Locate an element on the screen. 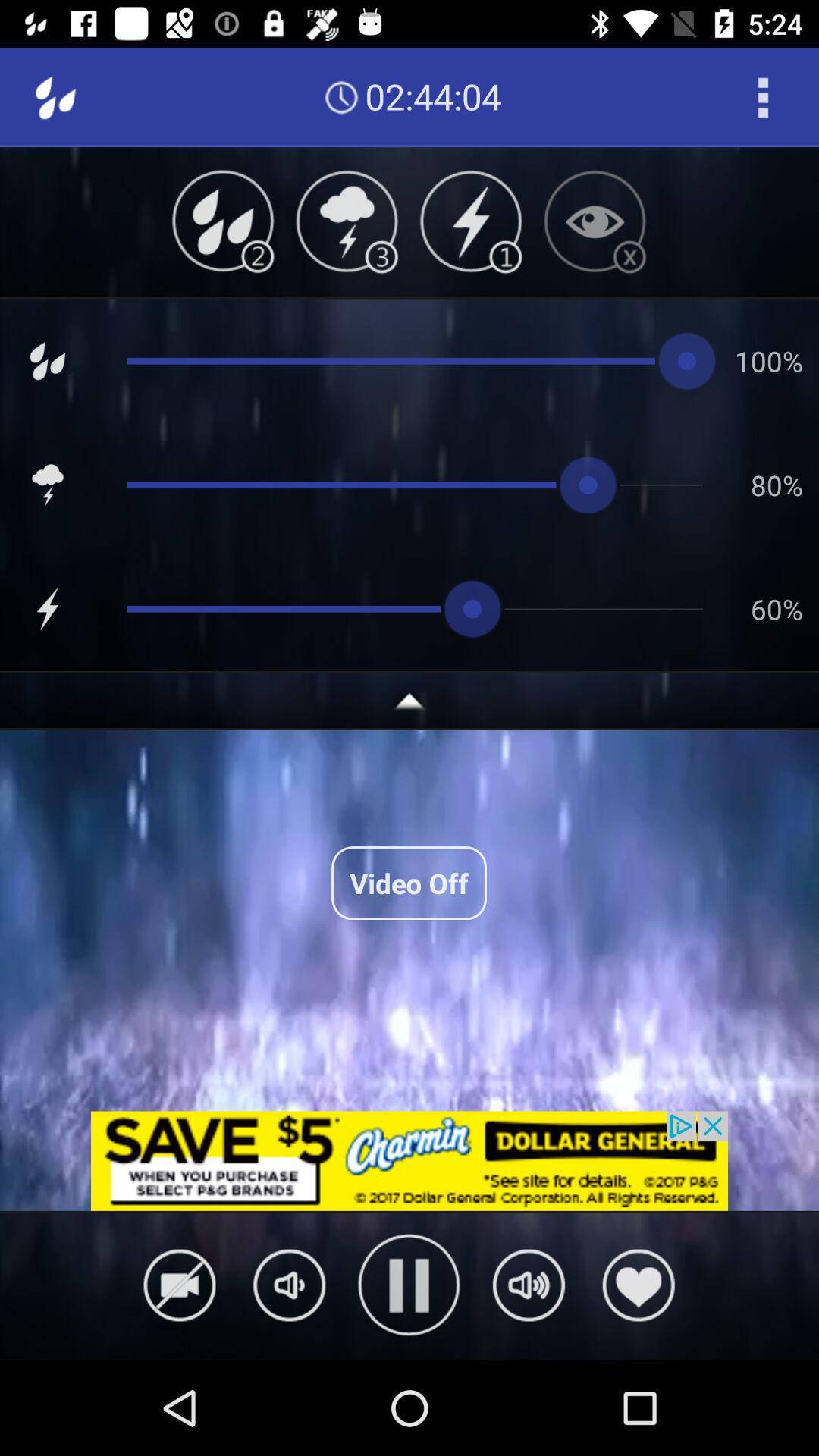 The width and height of the screenshot is (819, 1456). the chat icon is located at coordinates (289, 1284).